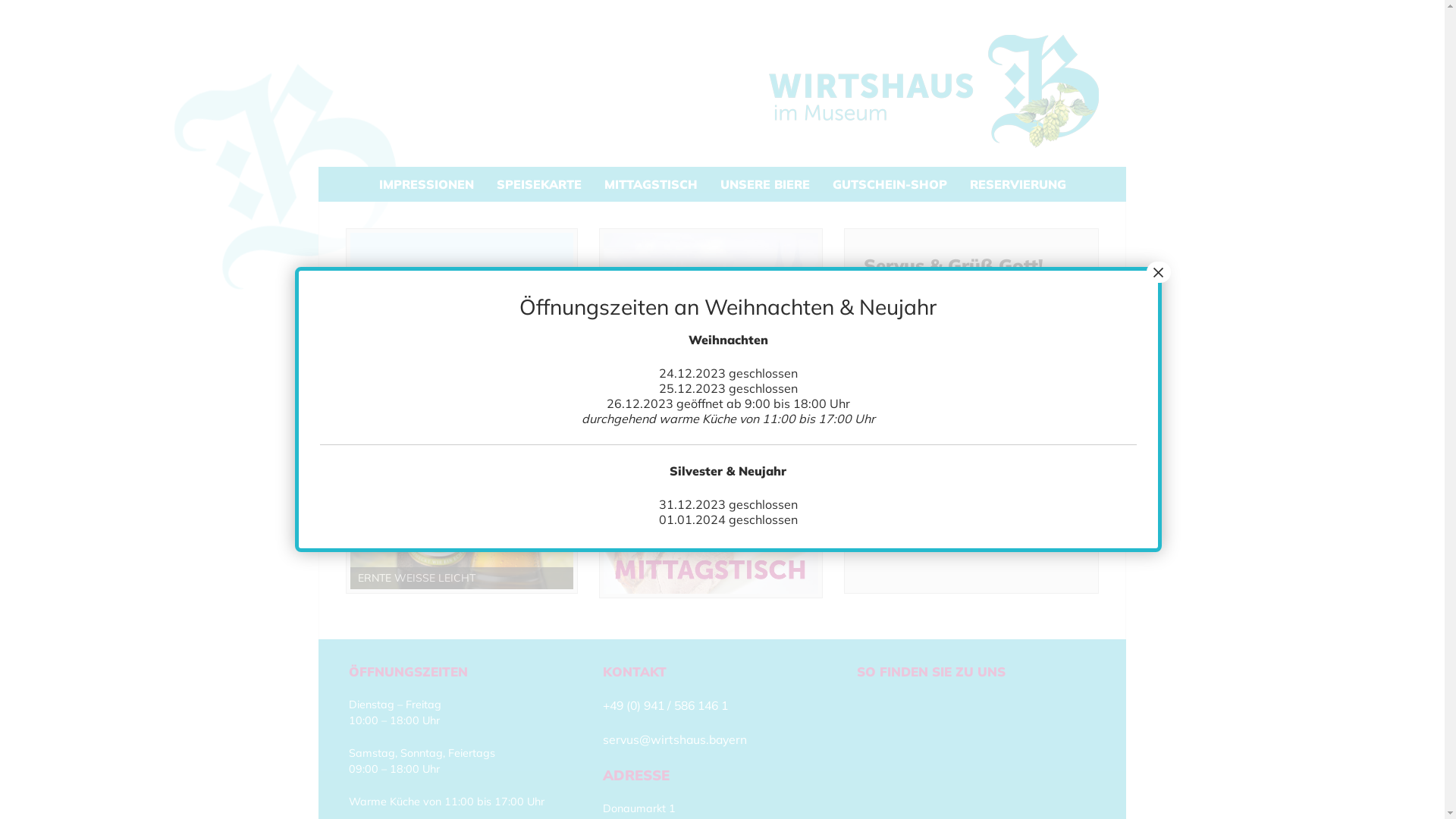  Describe the element at coordinates (538, 184) in the screenshot. I see `'SPEISEKARTE'` at that location.